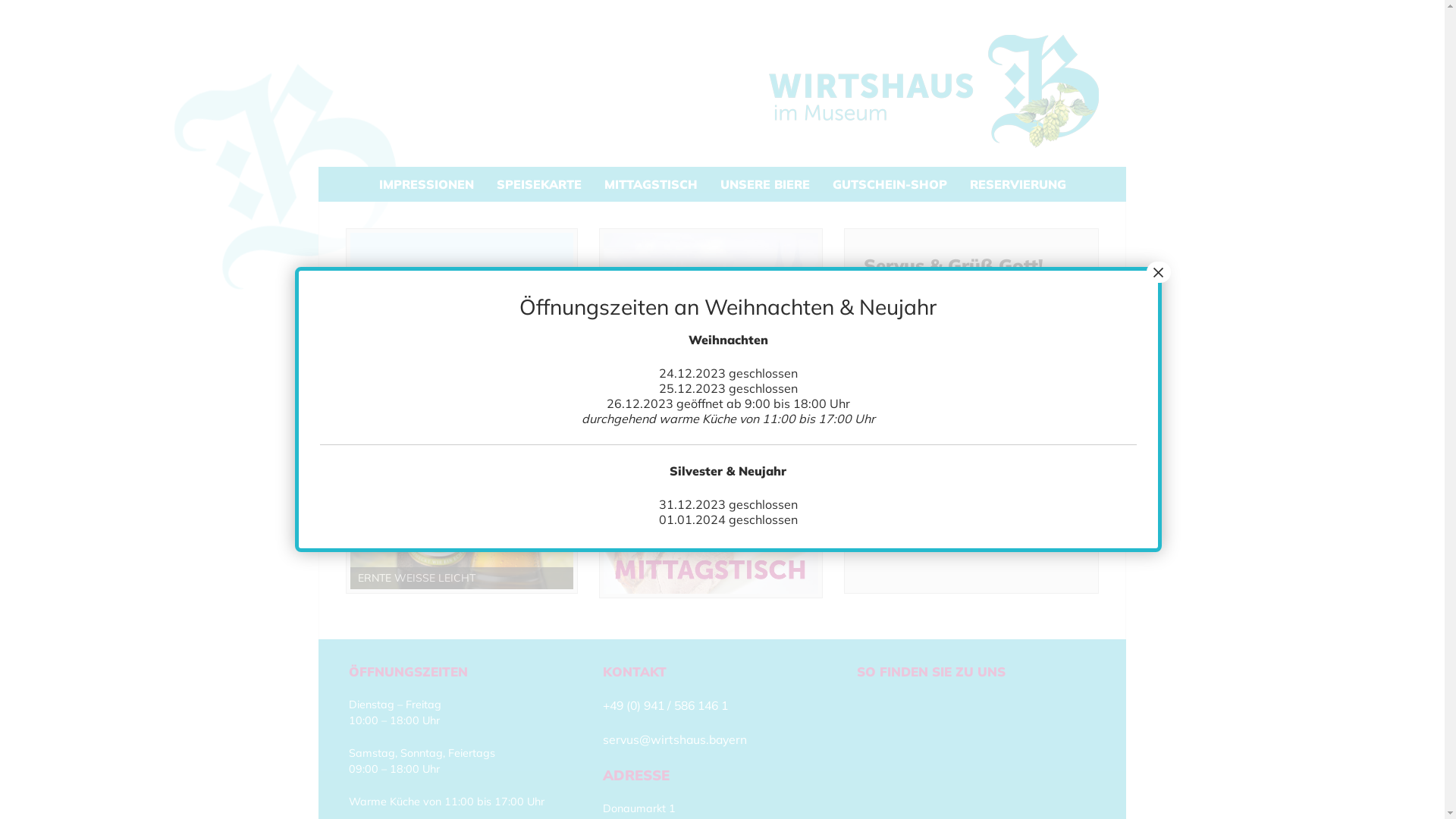  Describe the element at coordinates (538, 184) in the screenshot. I see `'SPEISEKARTE'` at that location.